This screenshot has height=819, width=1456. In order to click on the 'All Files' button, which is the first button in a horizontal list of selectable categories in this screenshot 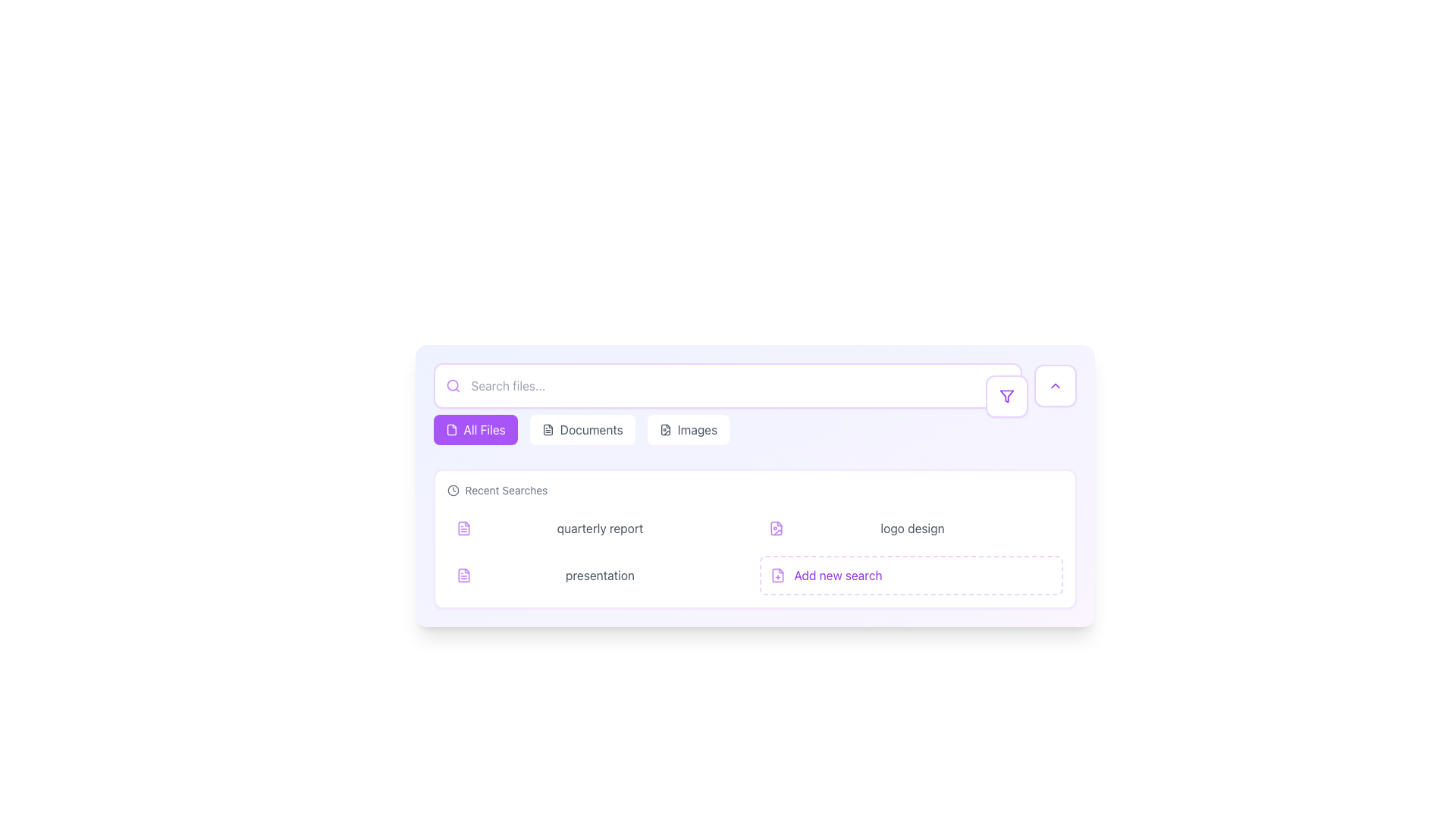, I will do `click(475, 430)`.